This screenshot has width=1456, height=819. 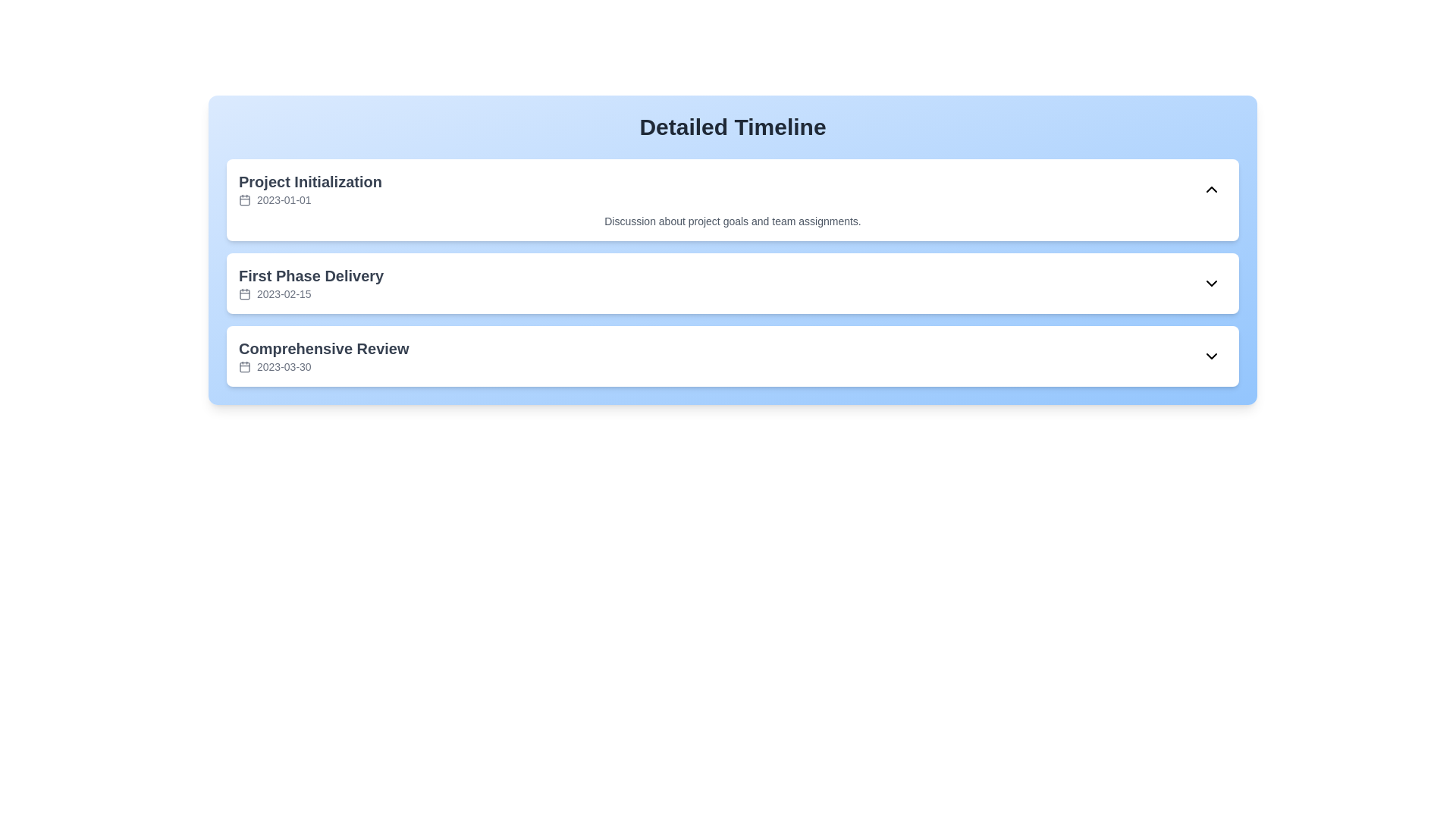 I want to click on the button with a downwards chevron icon located on the far right of the row labeled 'Comprehensive Review 2023-03-30', so click(x=1211, y=356).